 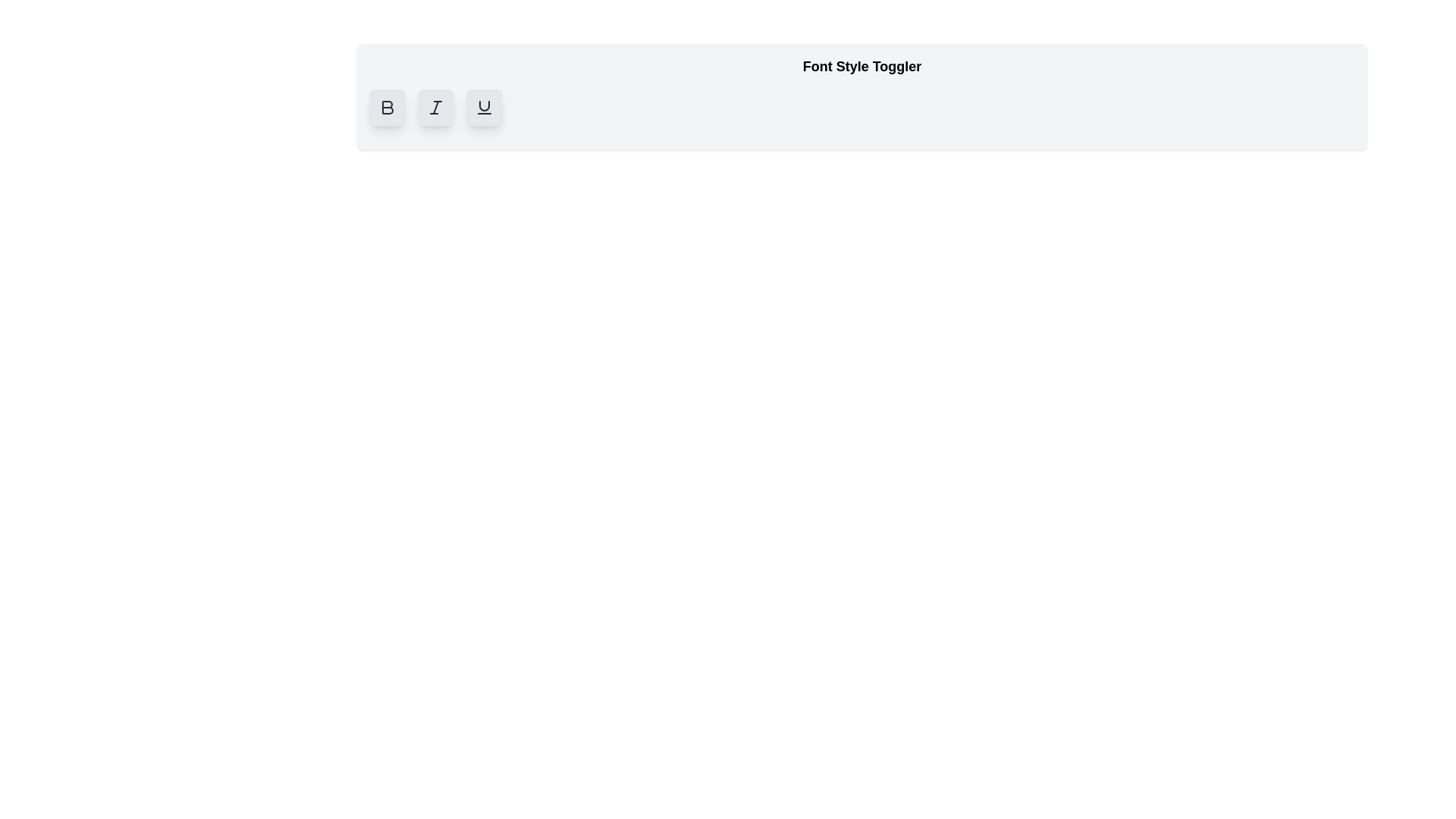 What do you see at coordinates (435, 107) in the screenshot?
I see `the white circular button with a black italicized 'I' symbol` at bounding box center [435, 107].